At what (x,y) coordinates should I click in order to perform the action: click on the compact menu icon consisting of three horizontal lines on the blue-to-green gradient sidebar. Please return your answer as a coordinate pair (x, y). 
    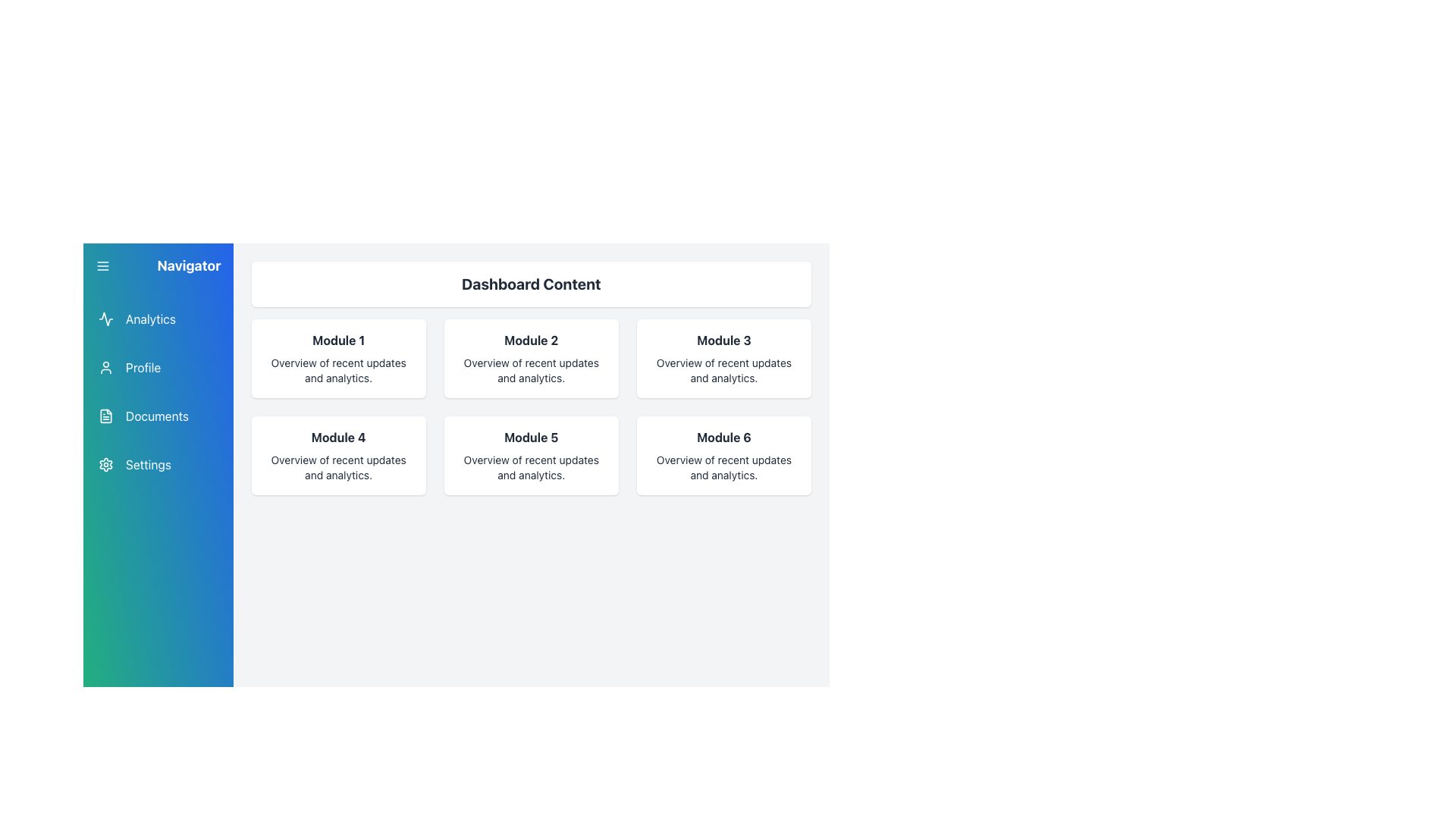
    Looking at the image, I should click on (102, 265).